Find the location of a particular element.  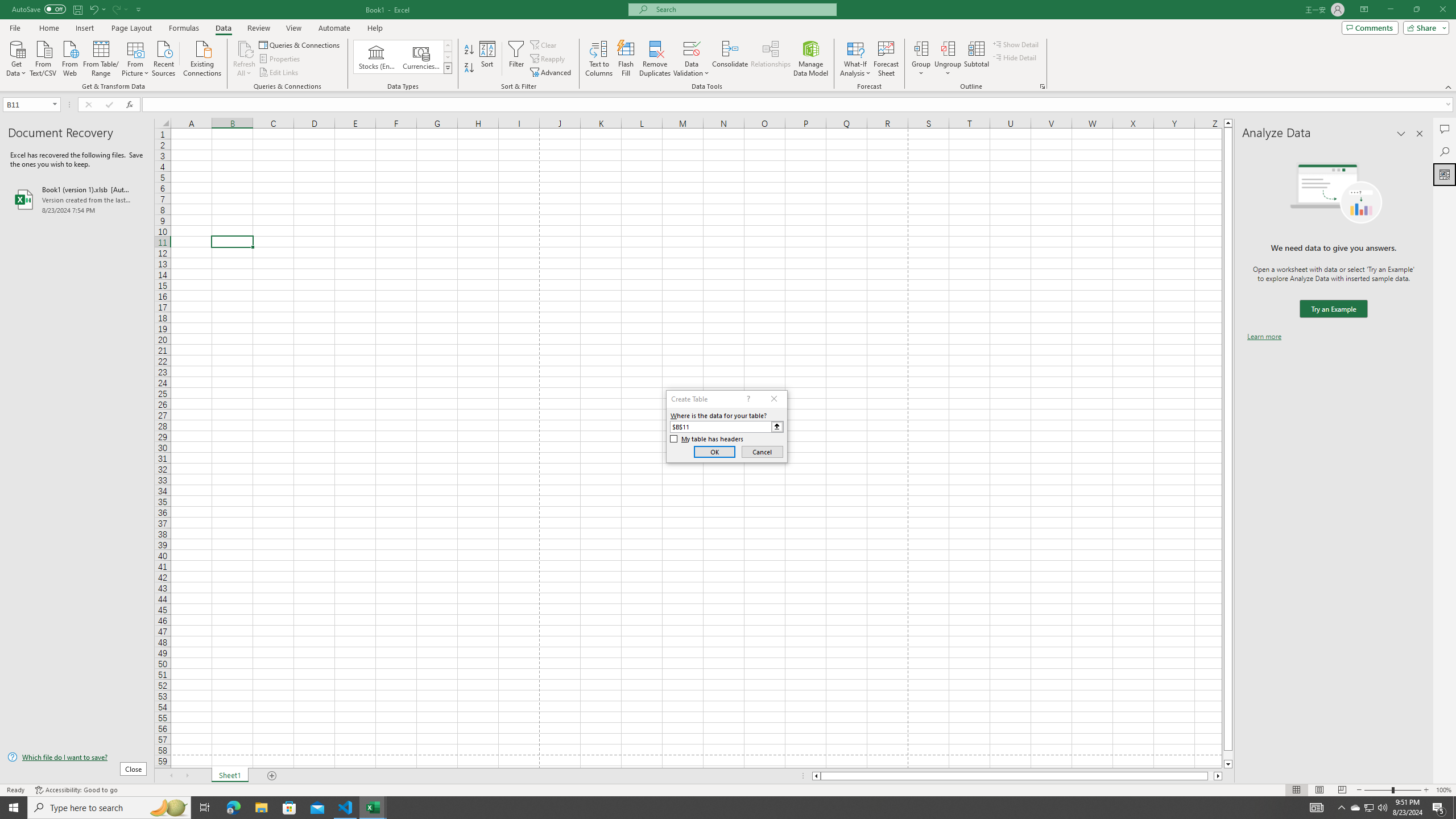

'What-If Analysis' is located at coordinates (855, 59).